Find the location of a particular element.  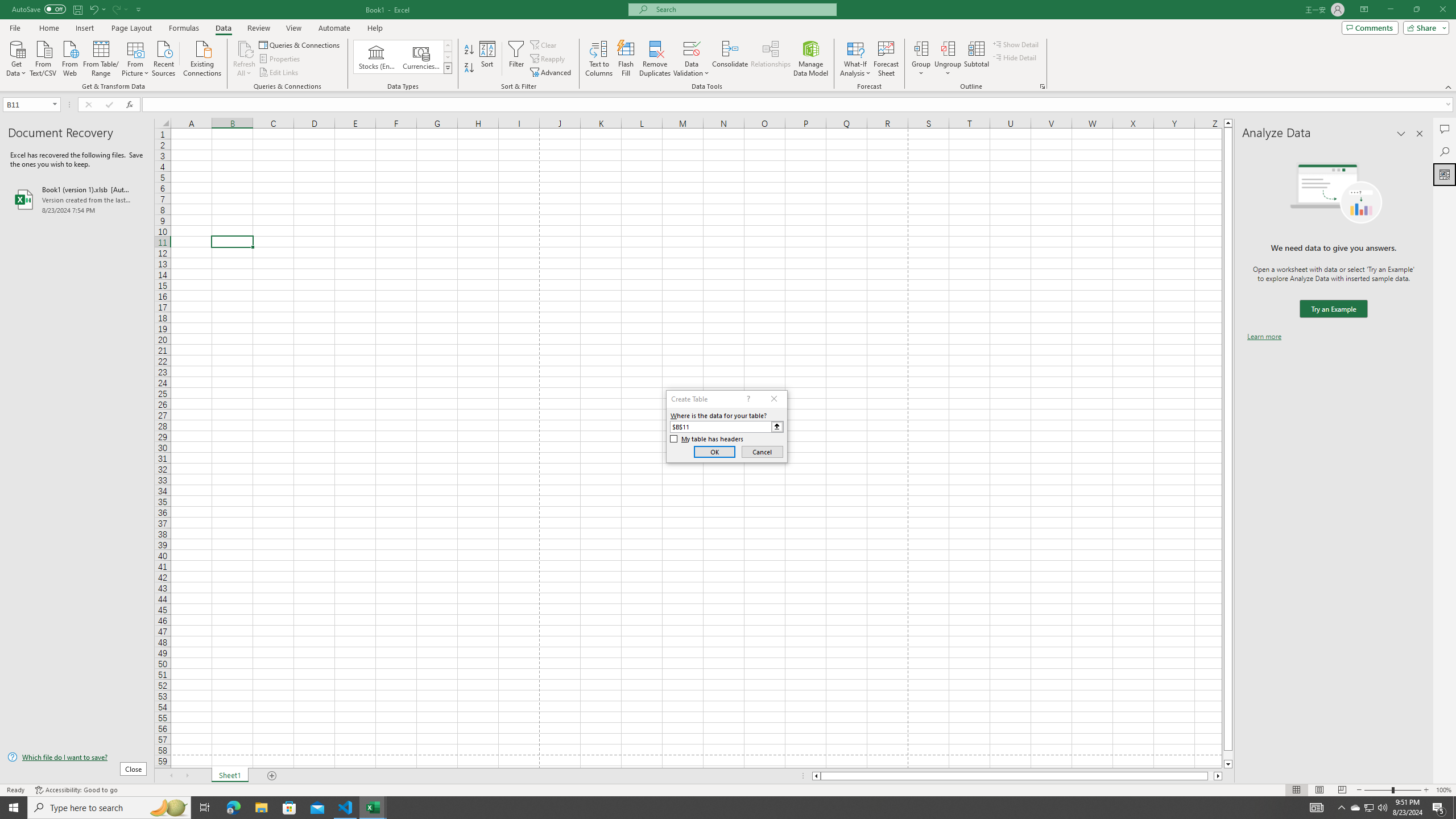

'What-If Analysis' is located at coordinates (855, 59).